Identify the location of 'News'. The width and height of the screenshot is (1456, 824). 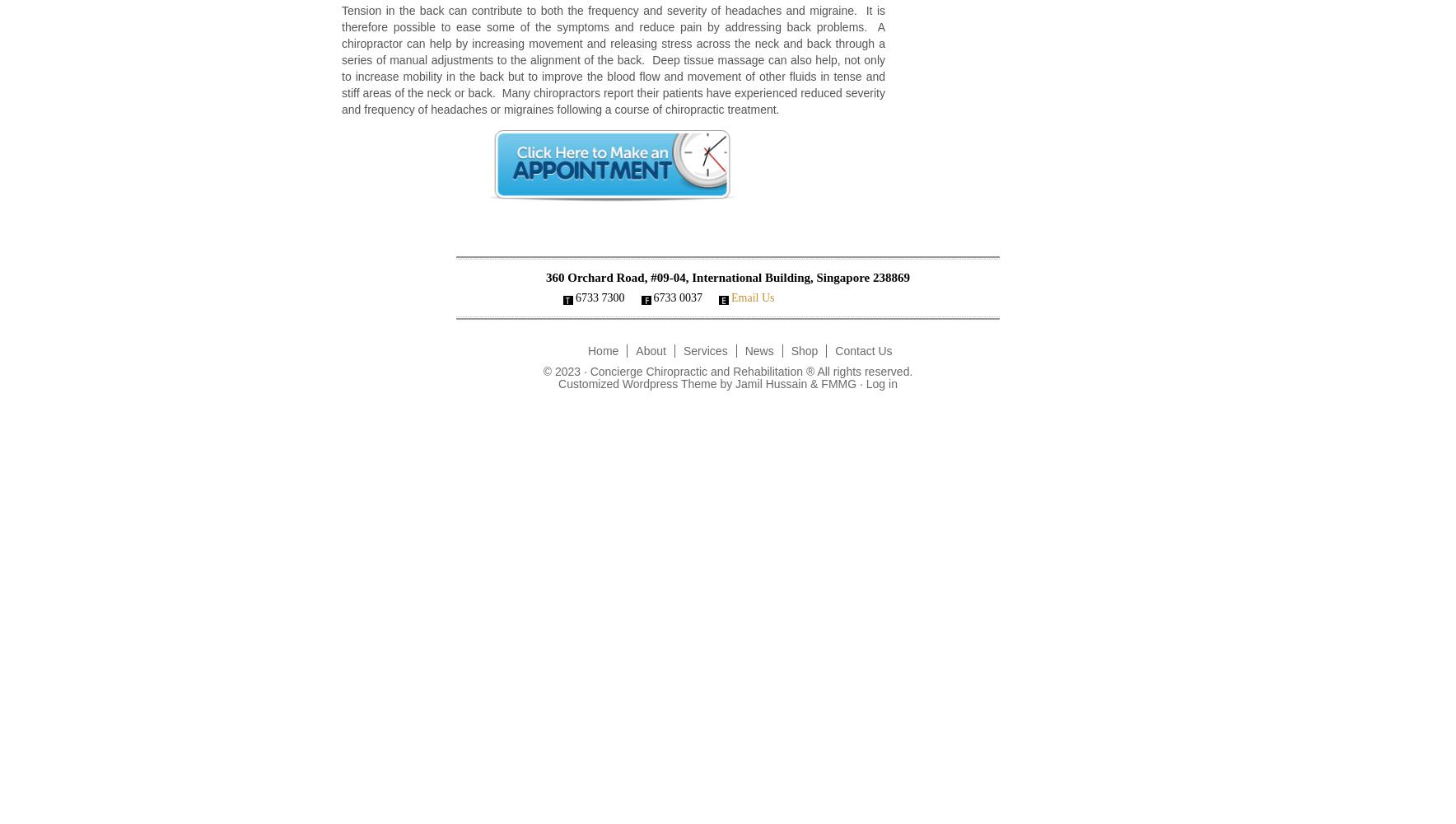
(758, 351).